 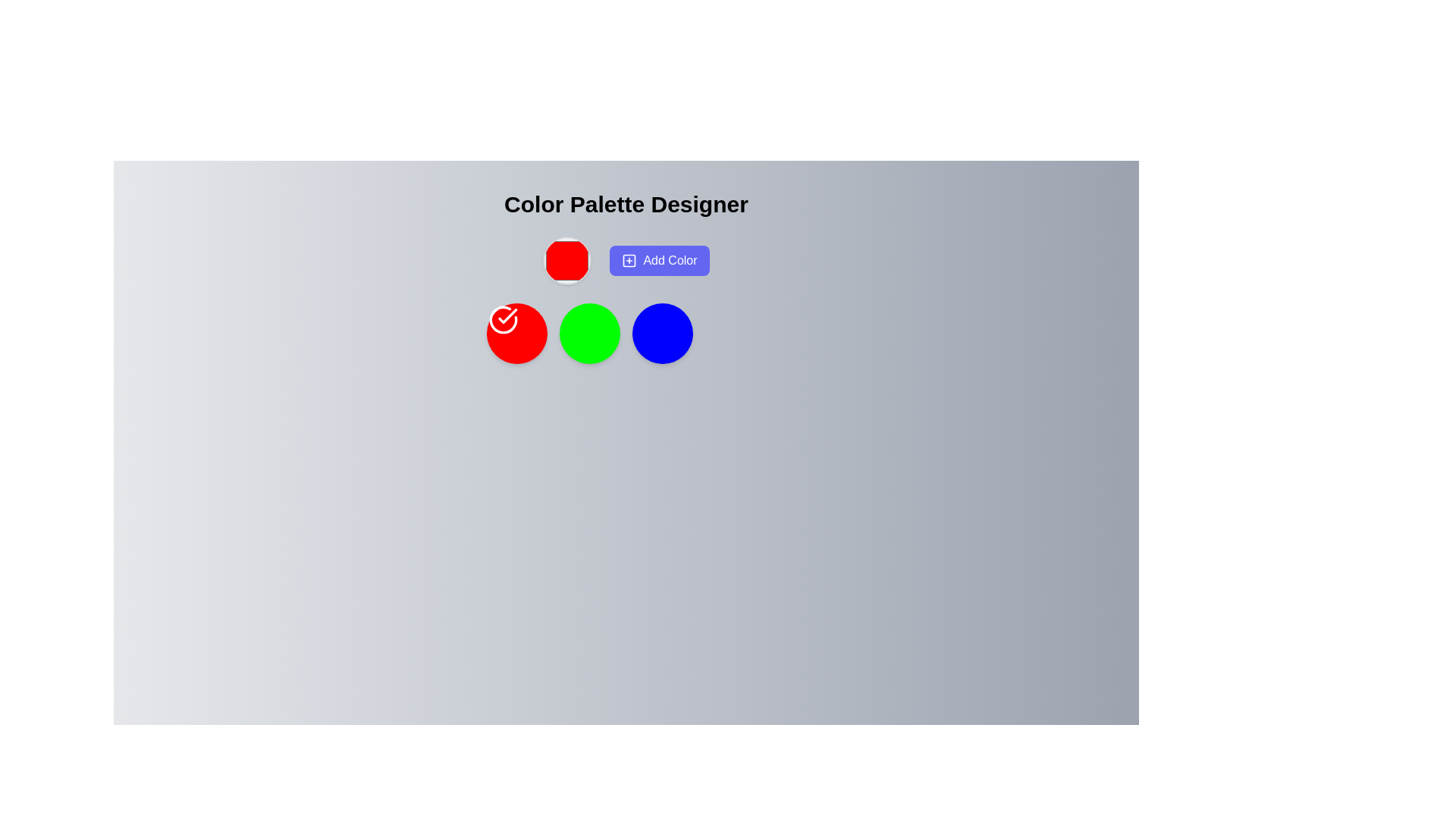 What do you see at coordinates (588, 332) in the screenshot?
I see `the bright green circular button located in the center row of a grid layout, which is the second circular item from the left` at bounding box center [588, 332].